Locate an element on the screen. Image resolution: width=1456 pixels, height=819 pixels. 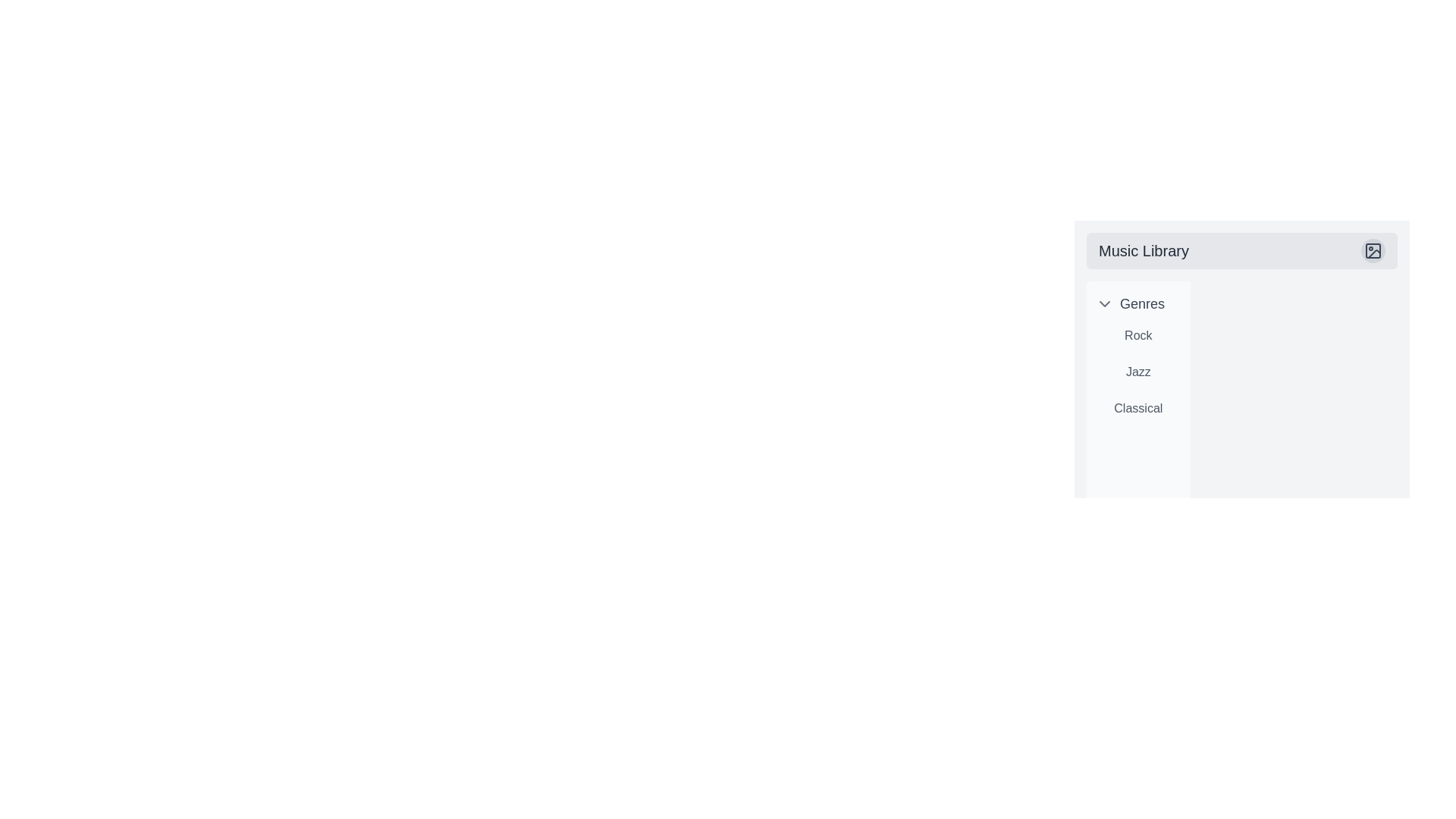
the text label displaying 'Rock' in the Music Library section is located at coordinates (1138, 335).